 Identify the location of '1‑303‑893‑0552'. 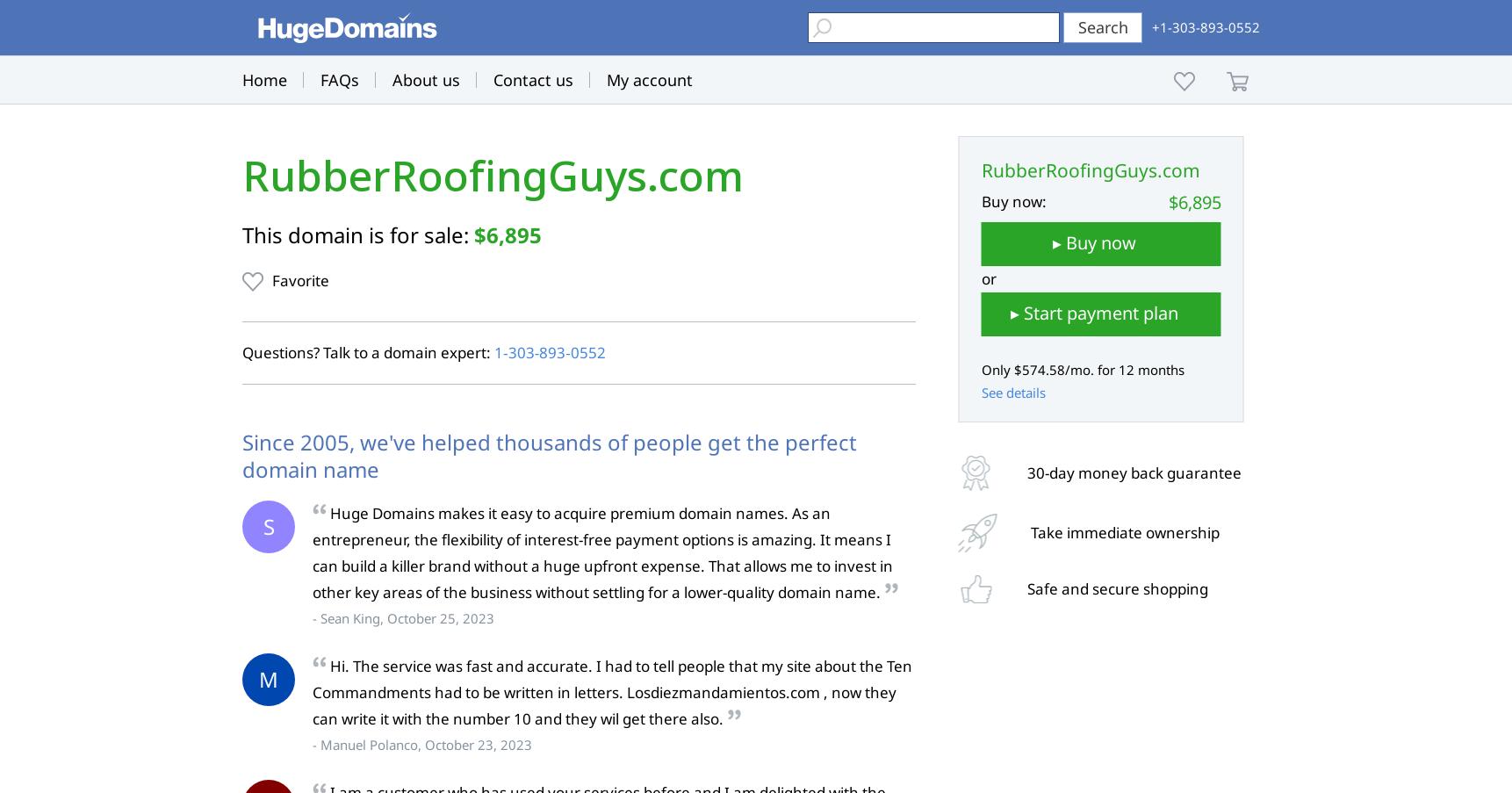
(549, 351).